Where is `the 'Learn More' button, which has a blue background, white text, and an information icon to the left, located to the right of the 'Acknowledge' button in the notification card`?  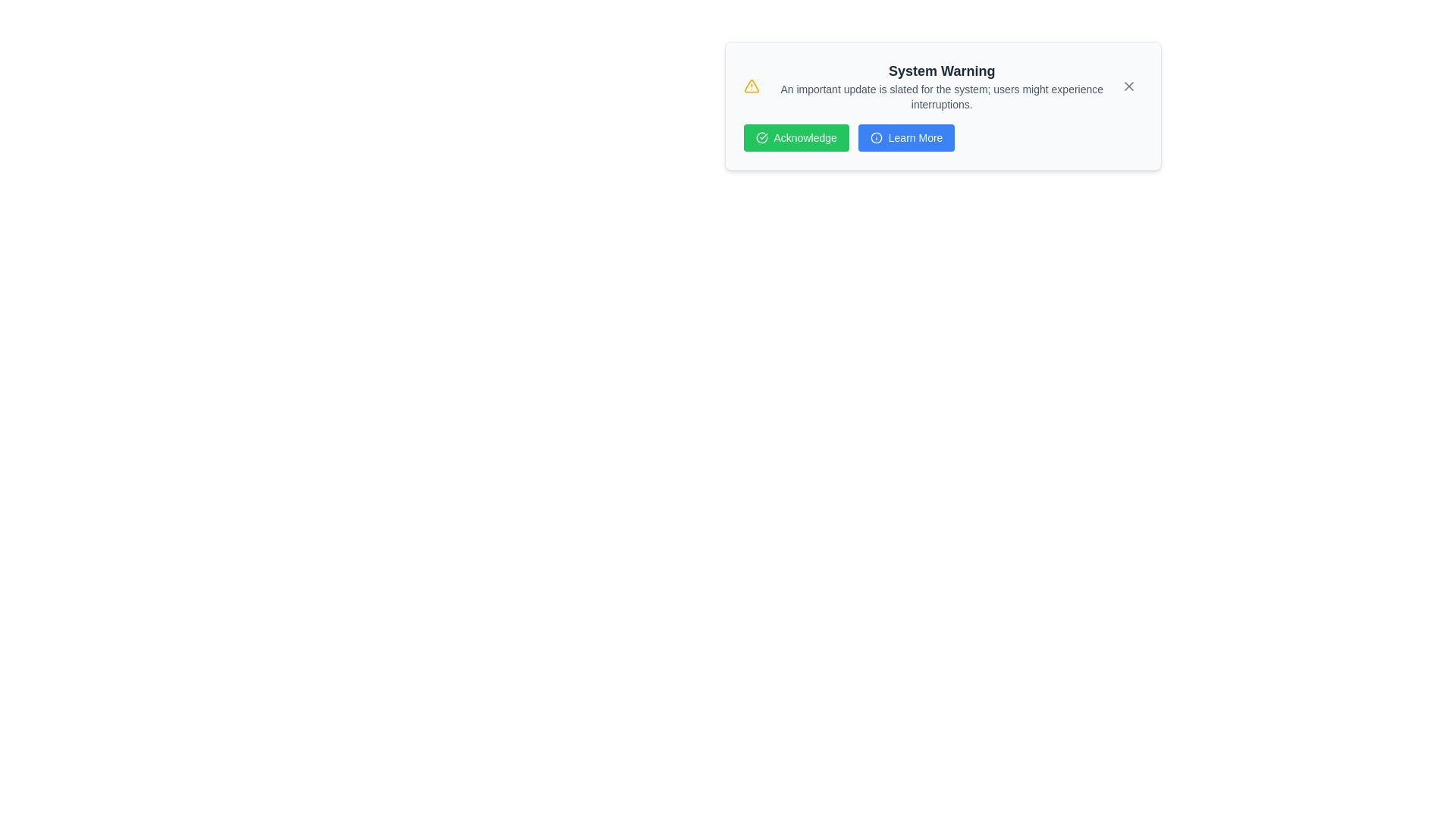
the 'Learn More' button, which has a blue background, white text, and an information icon to the left, located to the right of the 'Acknowledge' button in the notification card is located at coordinates (906, 137).